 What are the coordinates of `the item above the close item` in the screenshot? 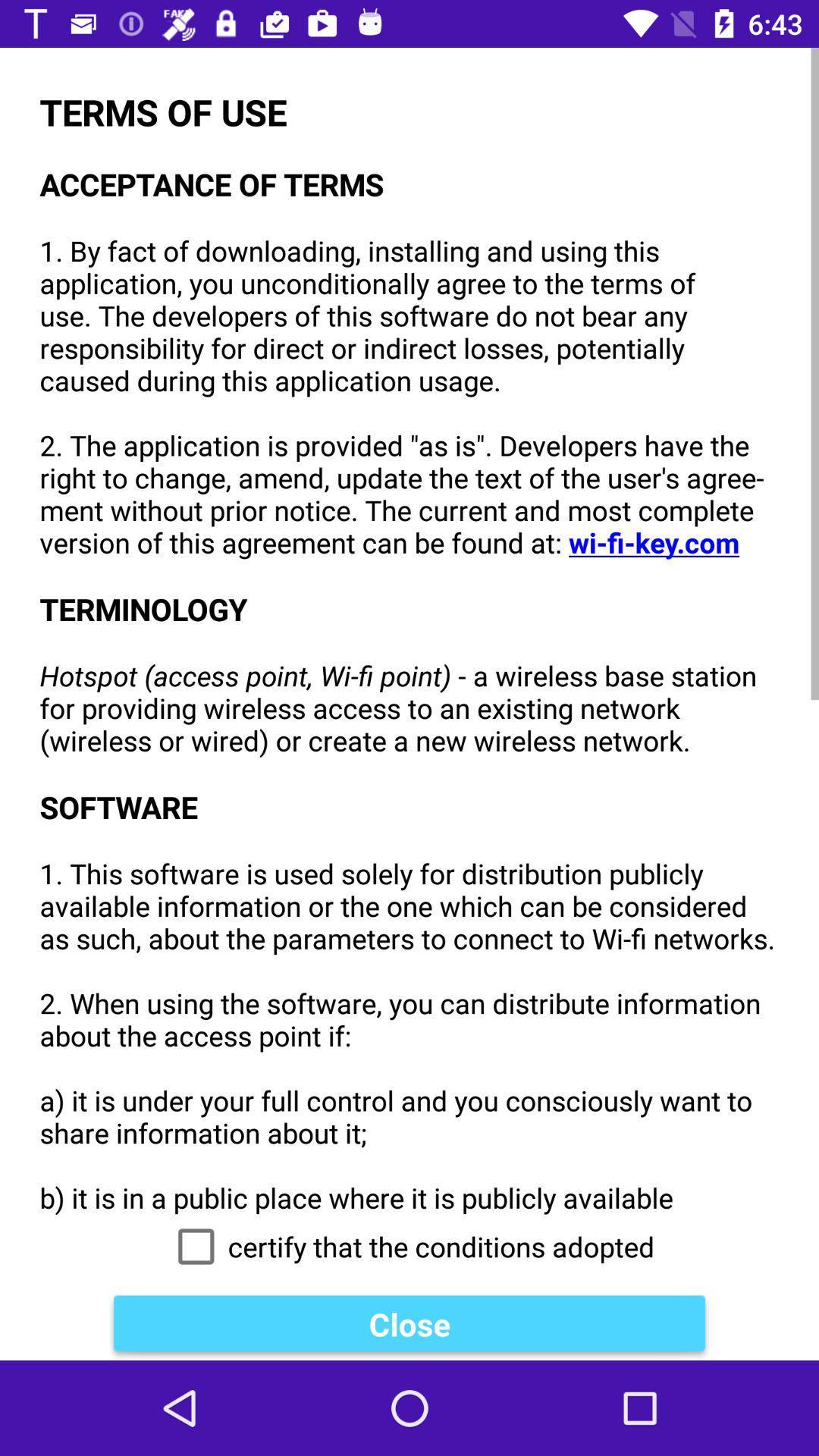 It's located at (409, 1247).